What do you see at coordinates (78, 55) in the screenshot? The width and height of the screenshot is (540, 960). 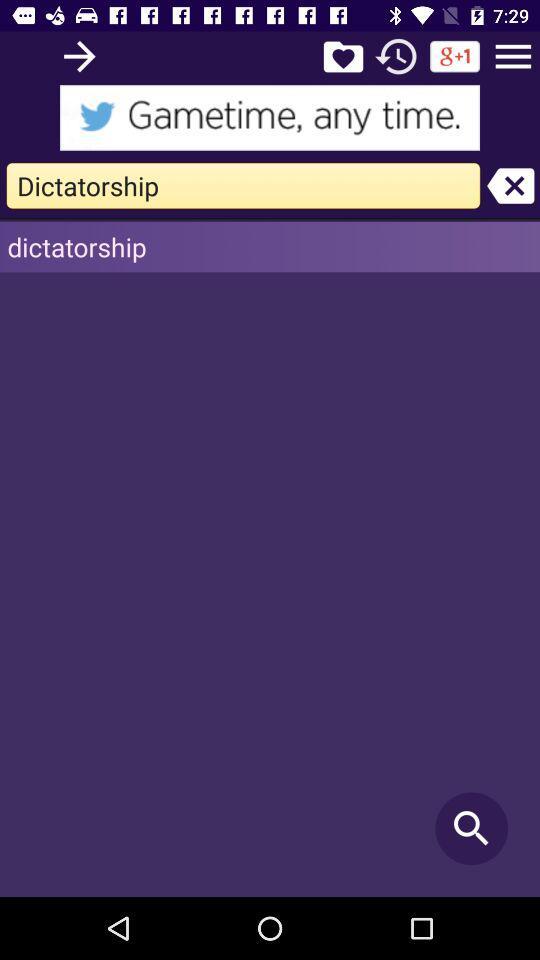 I see `the arrow_forward icon` at bounding box center [78, 55].